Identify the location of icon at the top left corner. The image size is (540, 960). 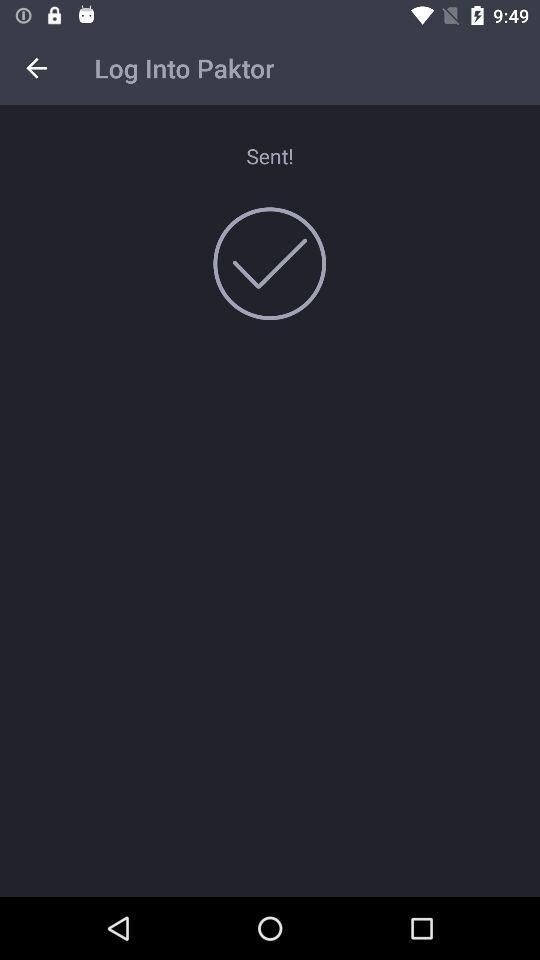
(36, 68).